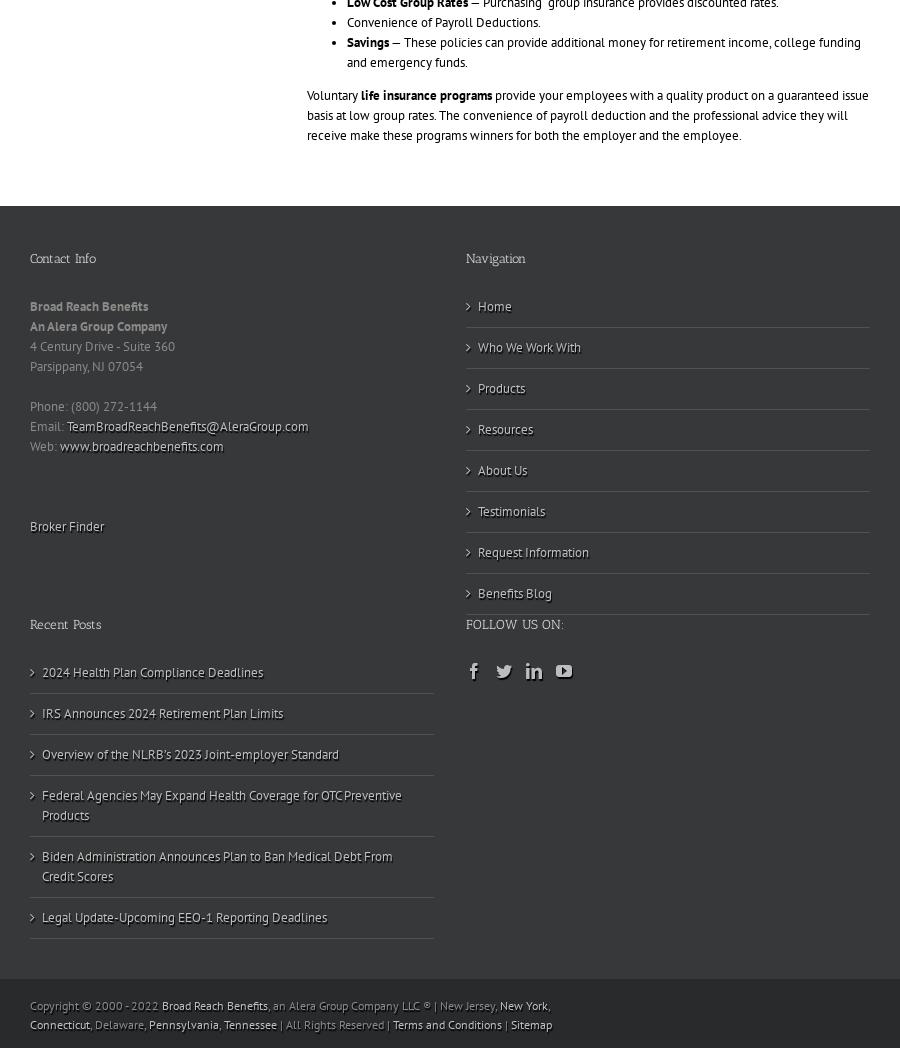 The height and width of the screenshot is (1048, 900). What do you see at coordinates (494, 305) in the screenshot?
I see `'Home'` at bounding box center [494, 305].